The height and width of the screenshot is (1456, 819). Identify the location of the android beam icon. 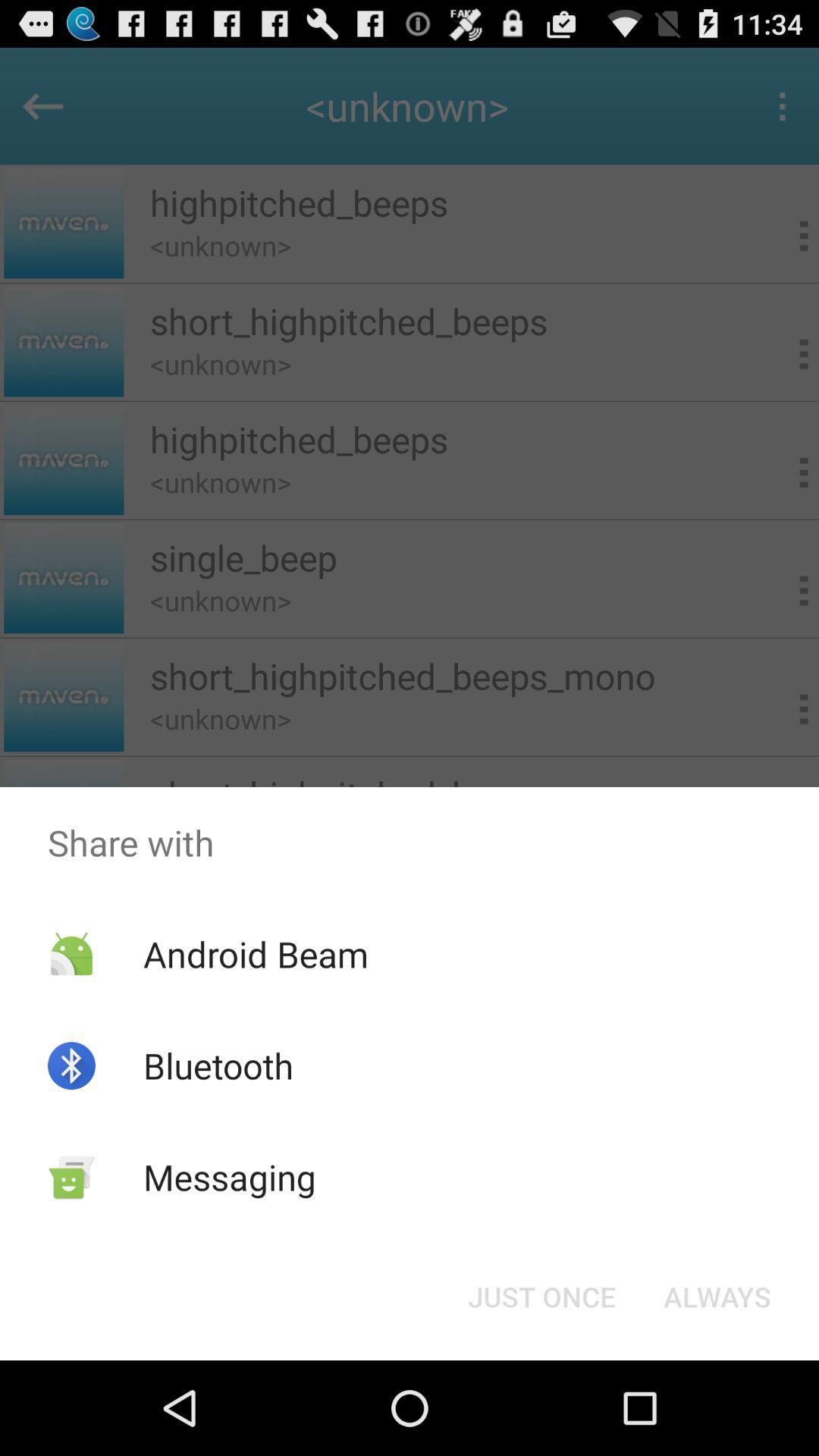
(255, 953).